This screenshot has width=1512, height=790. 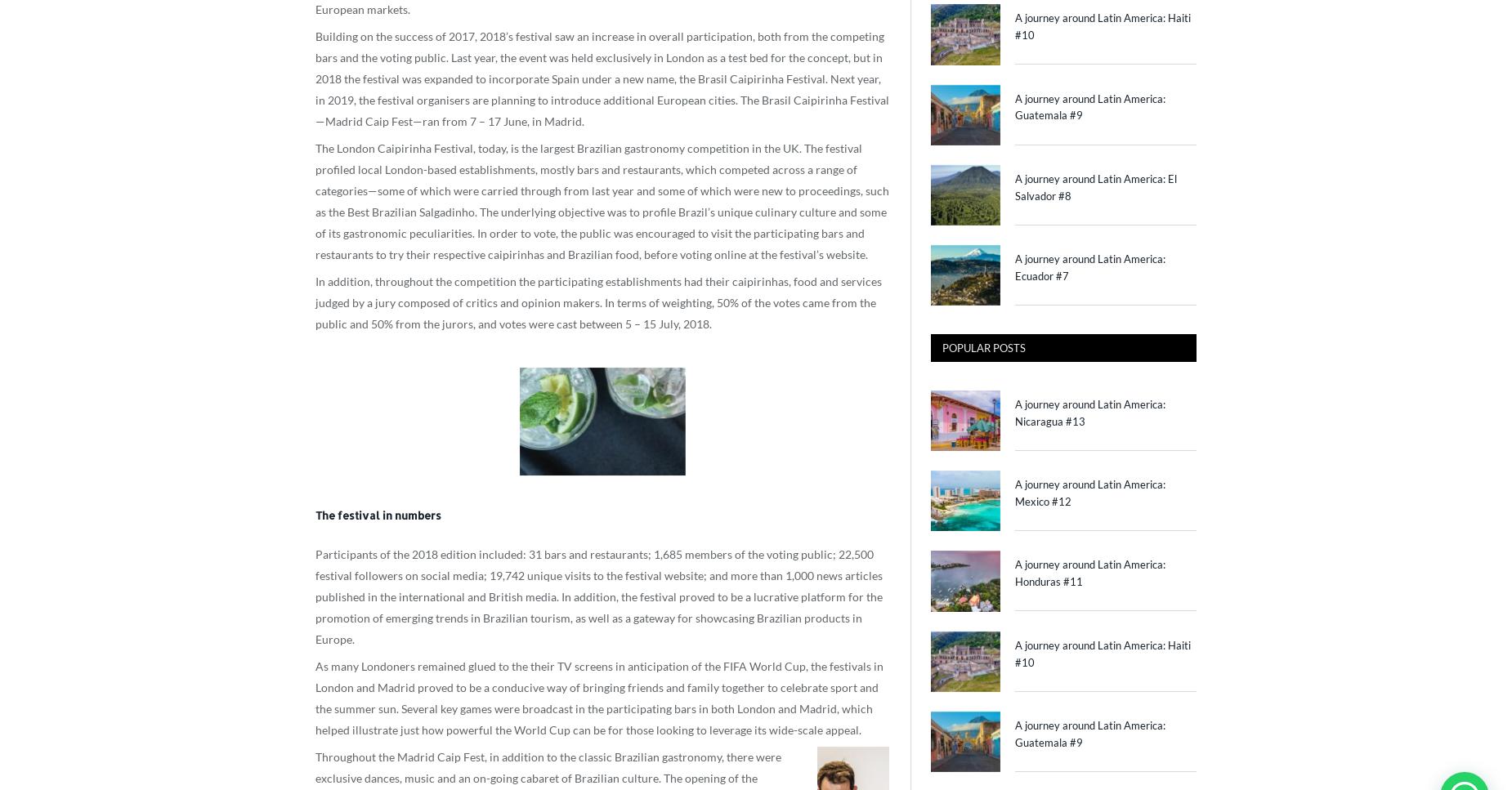 What do you see at coordinates (599, 697) in the screenshot?
I see `'As many Londoners remained glued to the their TV screens in anticipation of the FIFA World Cup, the festivals in London and Madrid proved to be a conducive way of bringing friends and family together to celebrate sport and the summer sun. Several key games were broadcast in the participating bars in both London and Madrid, which helped illustrate just how powerful the World Cup can be for those looking to leverage its wide-scale appeal.'` at bounding box center [599, 697].